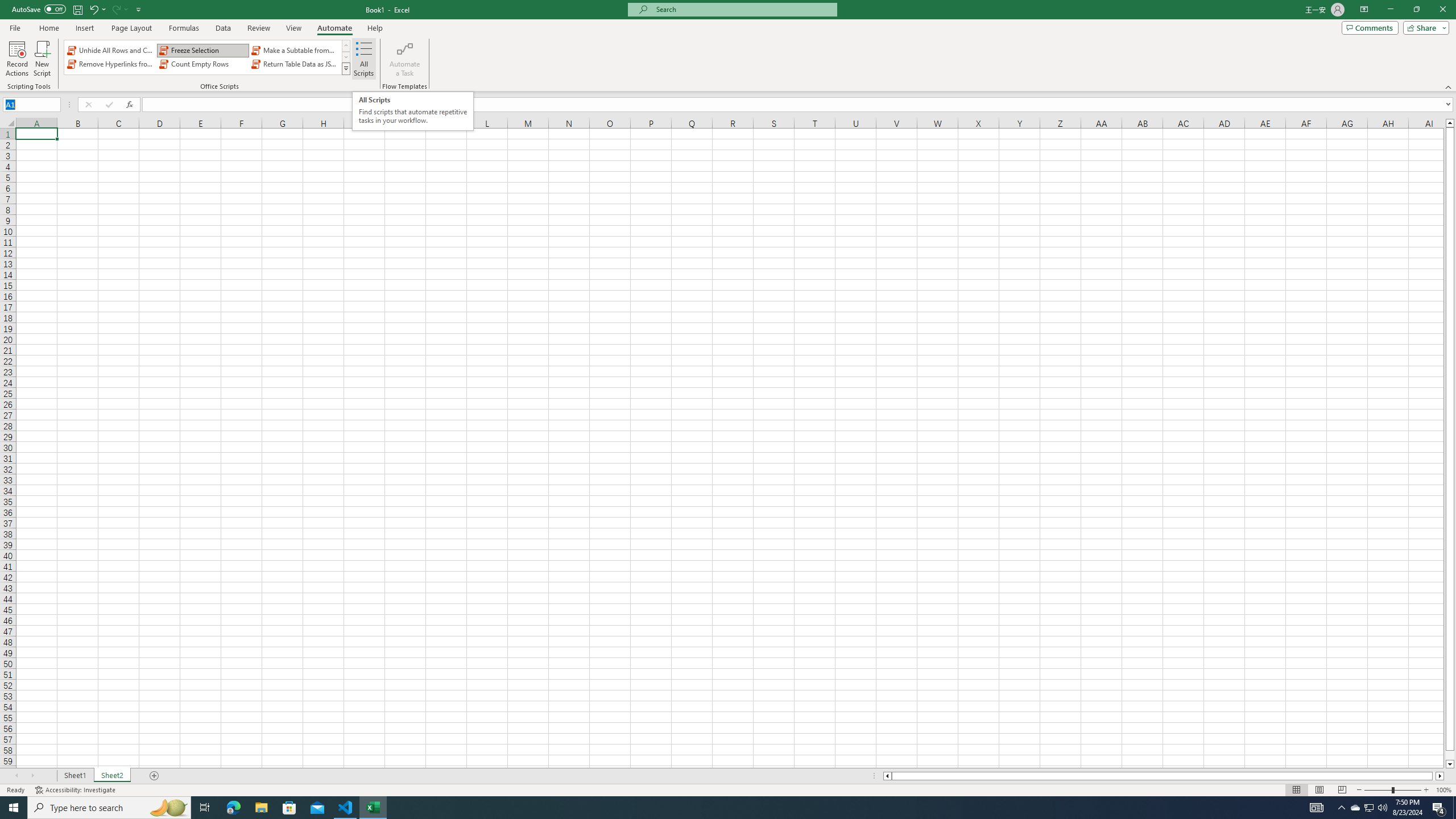  Describe the element at coordinates (1378, 790) in the screenshot. I see `'Zoom Out'` at that location.